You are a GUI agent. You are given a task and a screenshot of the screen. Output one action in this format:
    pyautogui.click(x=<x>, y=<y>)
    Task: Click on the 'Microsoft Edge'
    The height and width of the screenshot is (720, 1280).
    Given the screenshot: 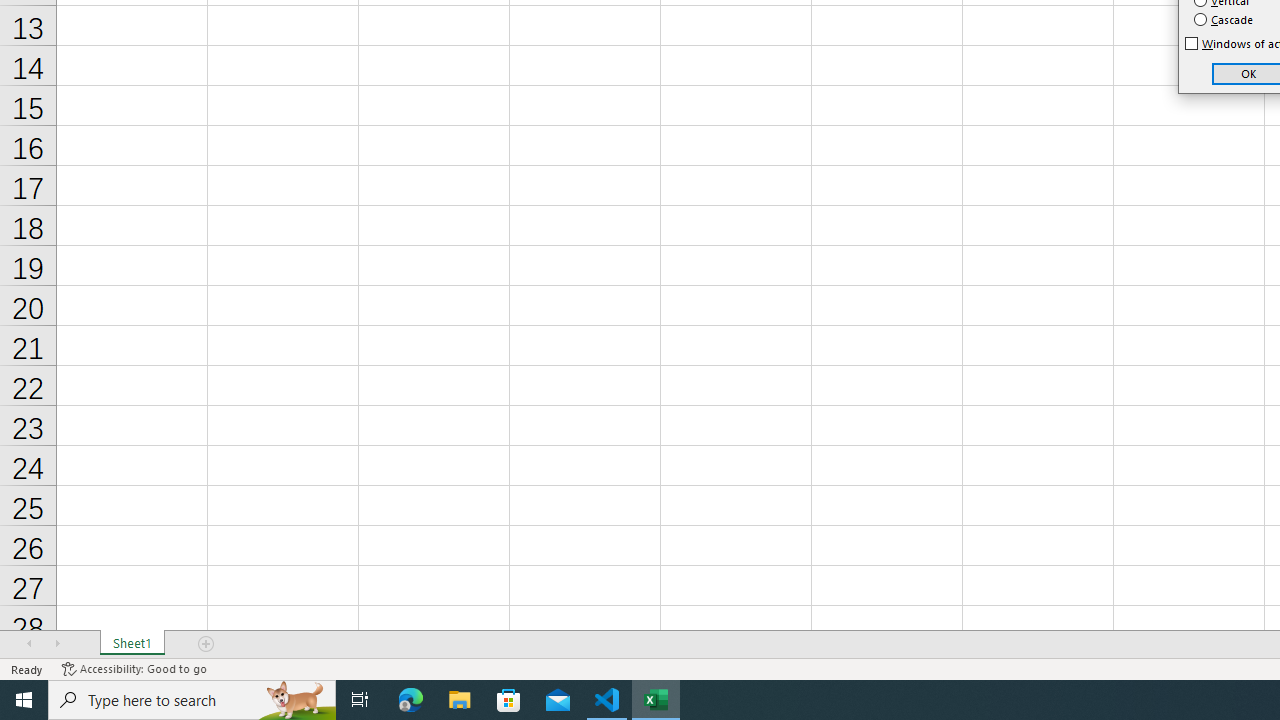 What is the action you would take?
    pyautogui.click(x=410, y=698)
    